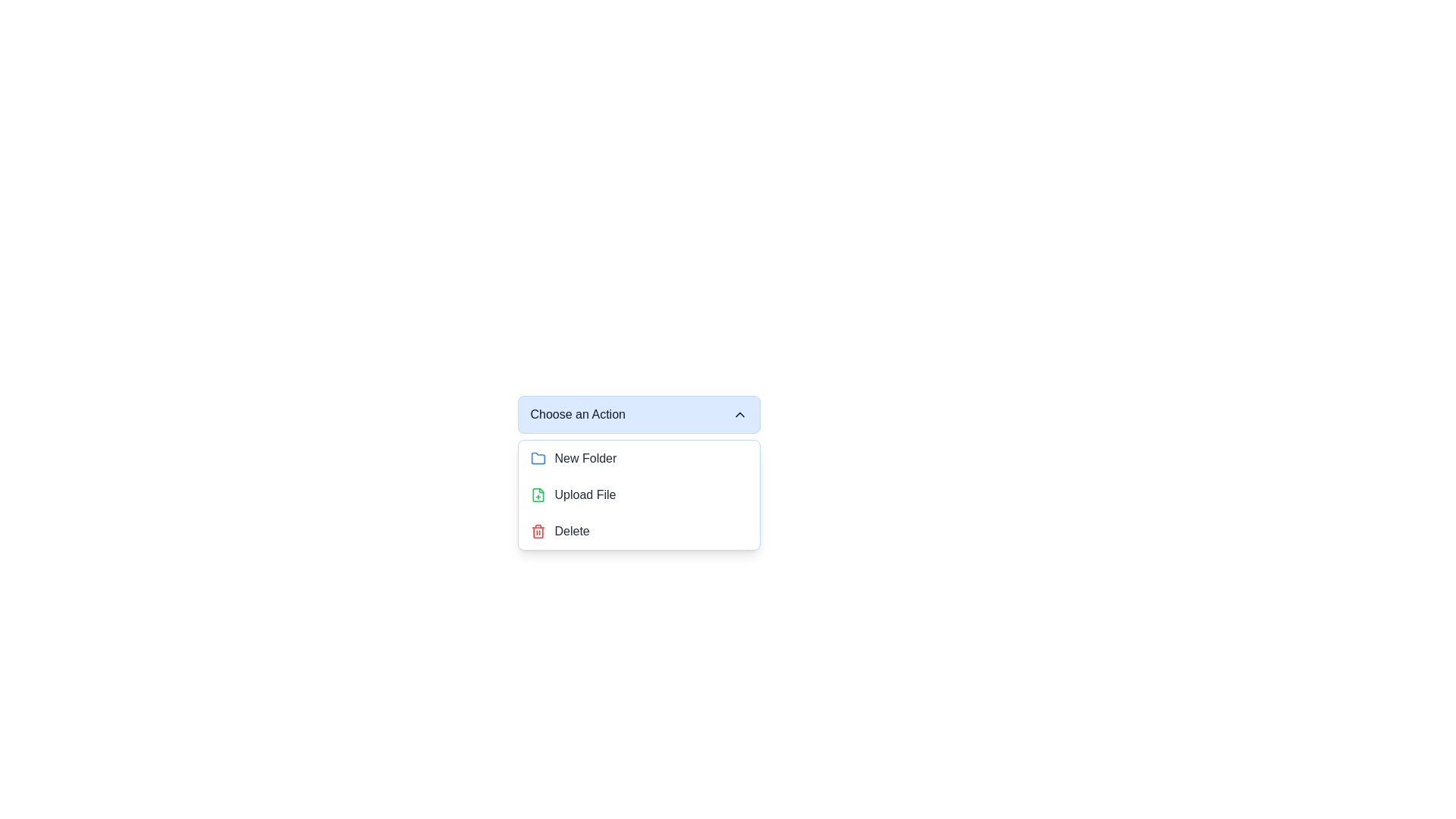 This screenshot has width=1456, height=819. I want to click on the upload icon located within the dropdown menu under the 'Upload File' option, so click(538, 494).